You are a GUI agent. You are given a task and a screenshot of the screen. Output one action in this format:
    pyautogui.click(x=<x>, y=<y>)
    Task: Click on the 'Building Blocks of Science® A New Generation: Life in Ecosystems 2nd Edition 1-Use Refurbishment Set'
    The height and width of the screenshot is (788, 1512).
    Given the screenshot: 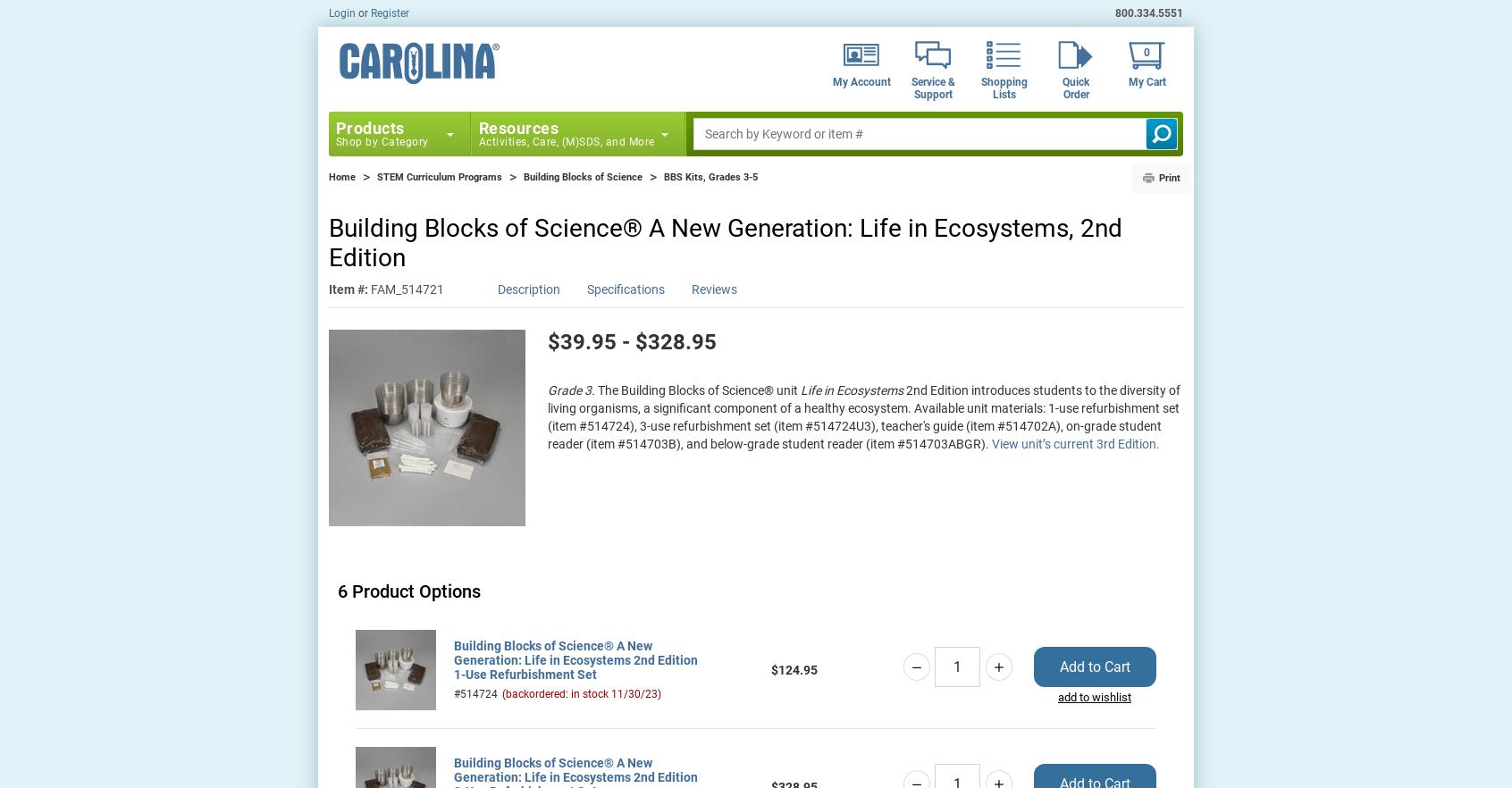 What is the action you would take?
    pyautogui.click(x=575, y=658)
    